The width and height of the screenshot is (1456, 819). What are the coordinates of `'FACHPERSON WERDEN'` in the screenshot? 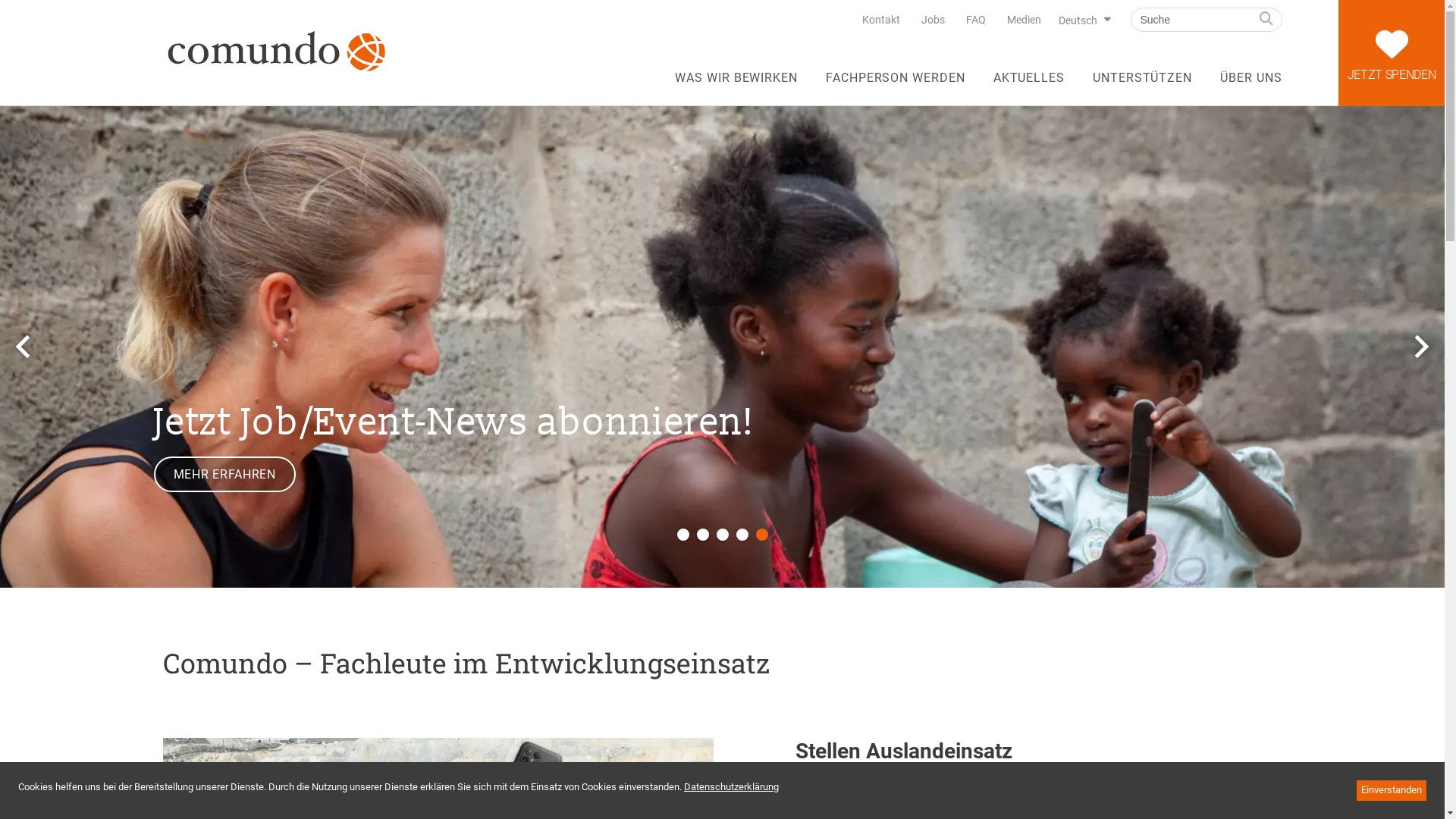 It's located at (895, 84).